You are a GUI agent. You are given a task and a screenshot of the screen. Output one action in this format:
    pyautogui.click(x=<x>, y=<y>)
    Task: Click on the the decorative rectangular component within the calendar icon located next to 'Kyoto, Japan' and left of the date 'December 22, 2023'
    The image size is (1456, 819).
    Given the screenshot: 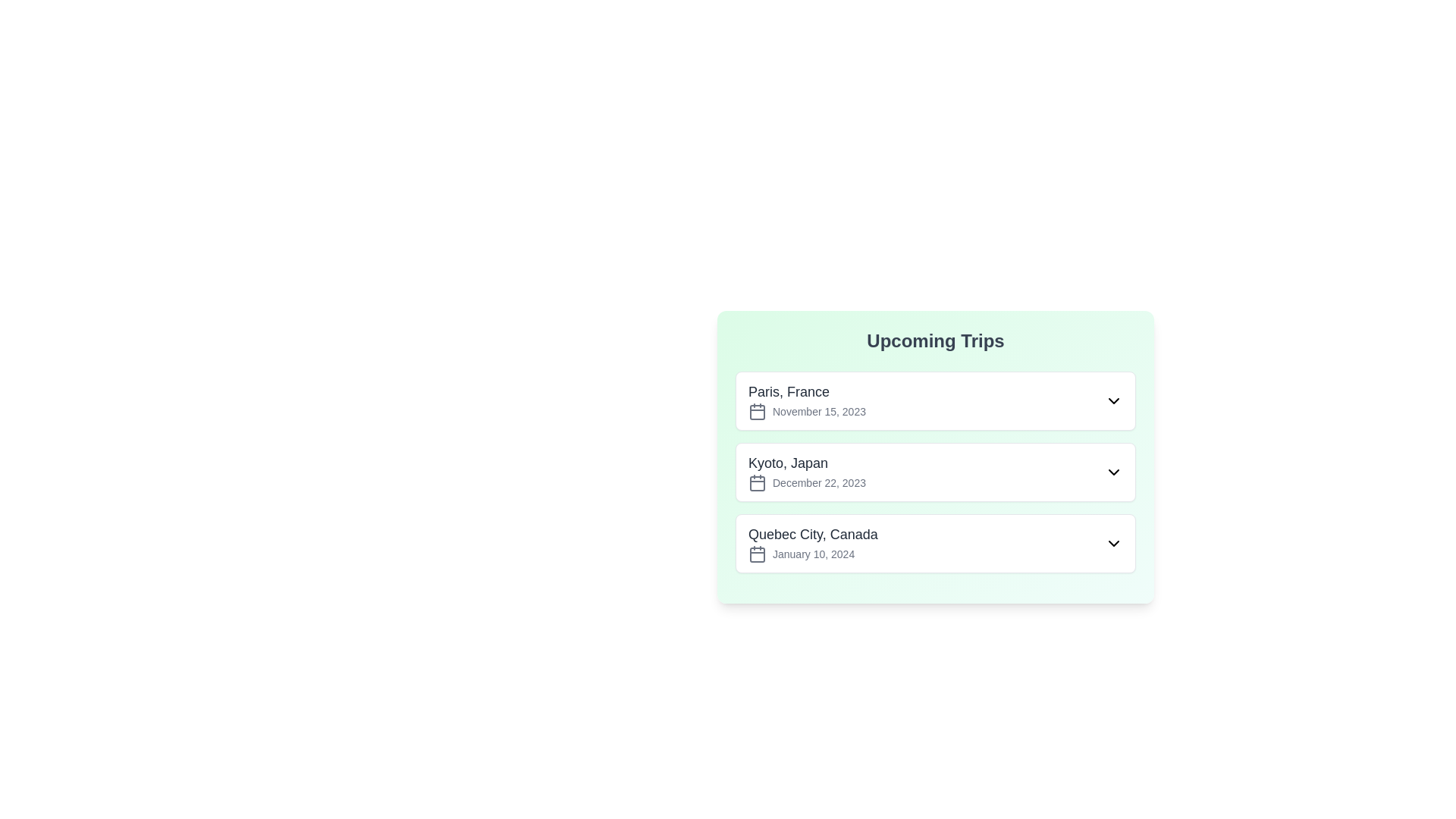 What is the action you would take?
    pyautogui.click(x=757, y=483)
    